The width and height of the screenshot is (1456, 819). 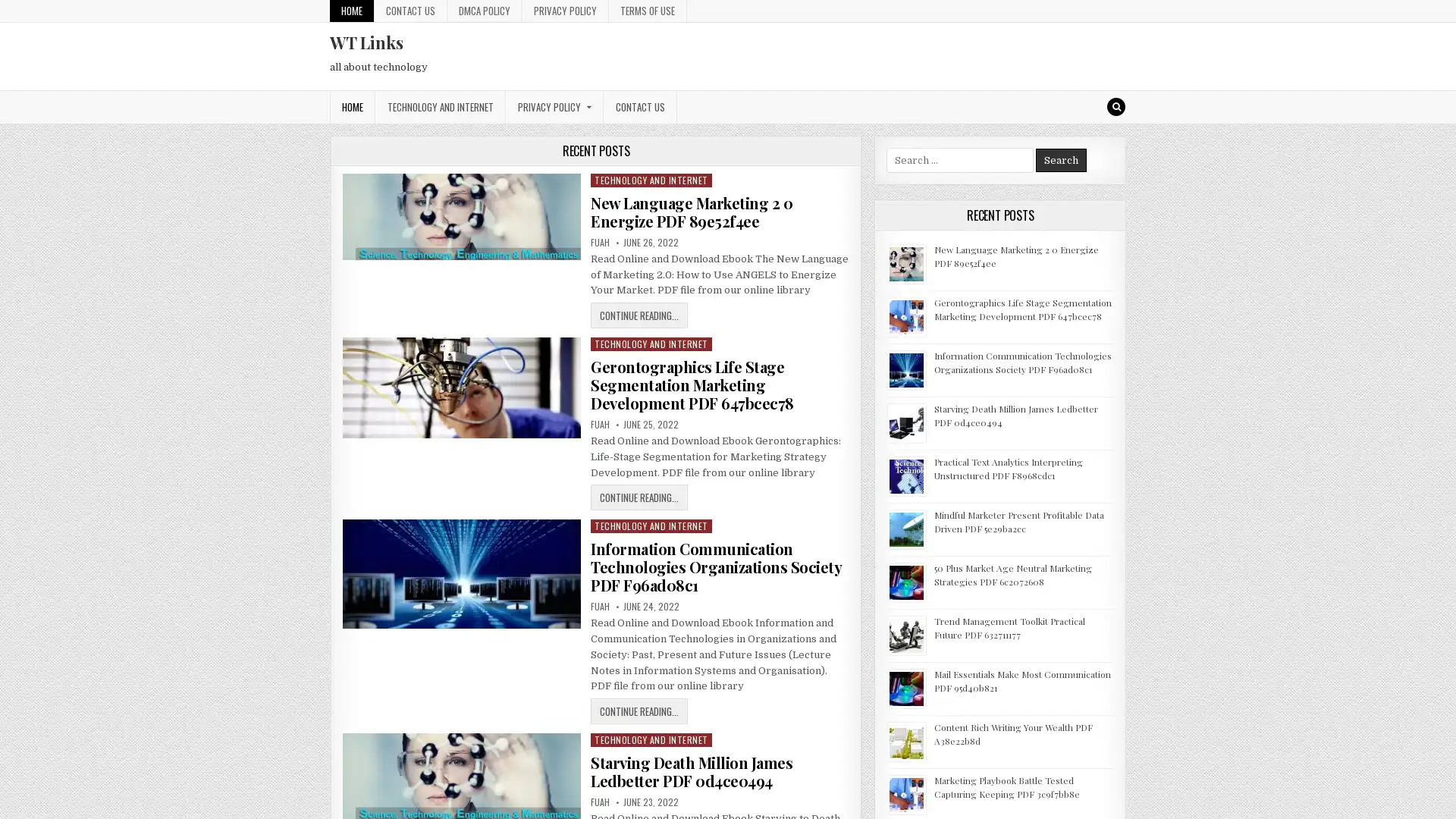 What do you see at coordinates (1060, 160) in the screenshot?
I see `Search` at bounding box center [1060, 160].